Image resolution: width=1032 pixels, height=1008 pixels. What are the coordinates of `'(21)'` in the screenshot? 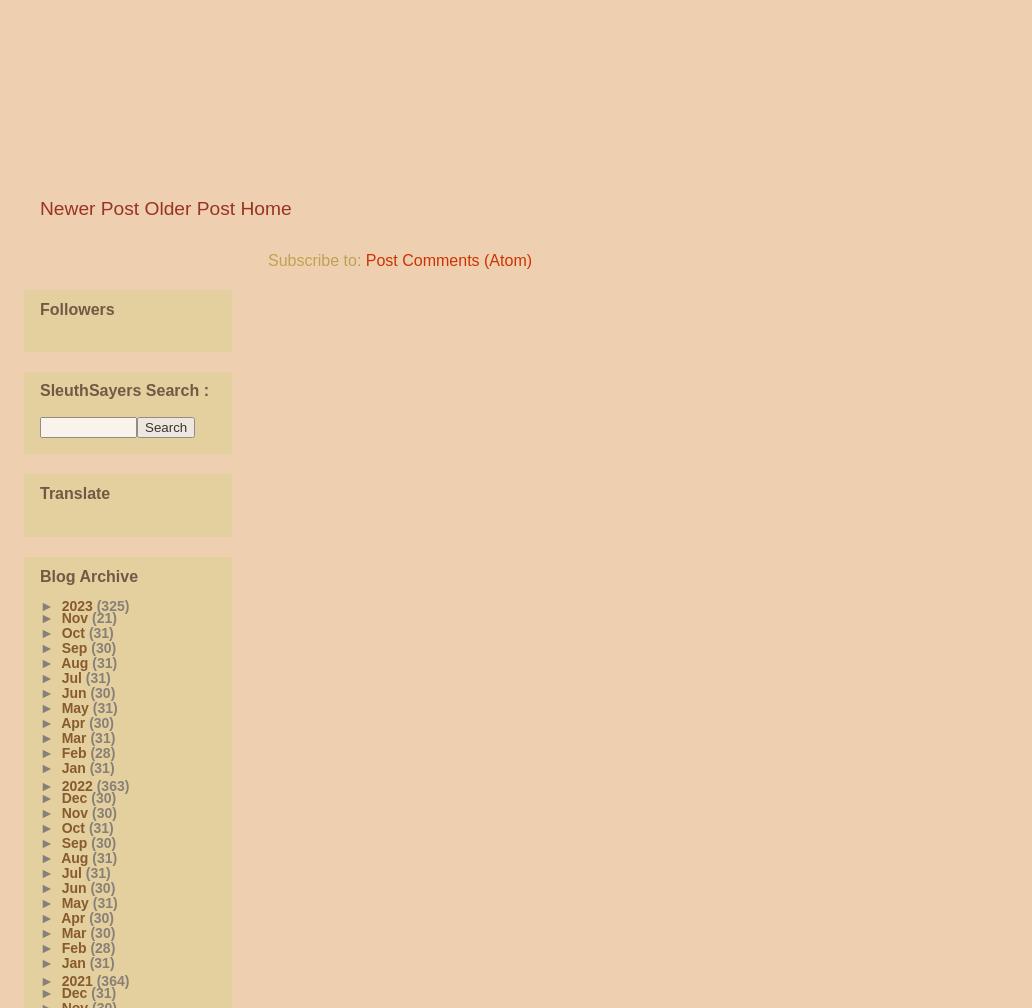 It's located at (103, 616).